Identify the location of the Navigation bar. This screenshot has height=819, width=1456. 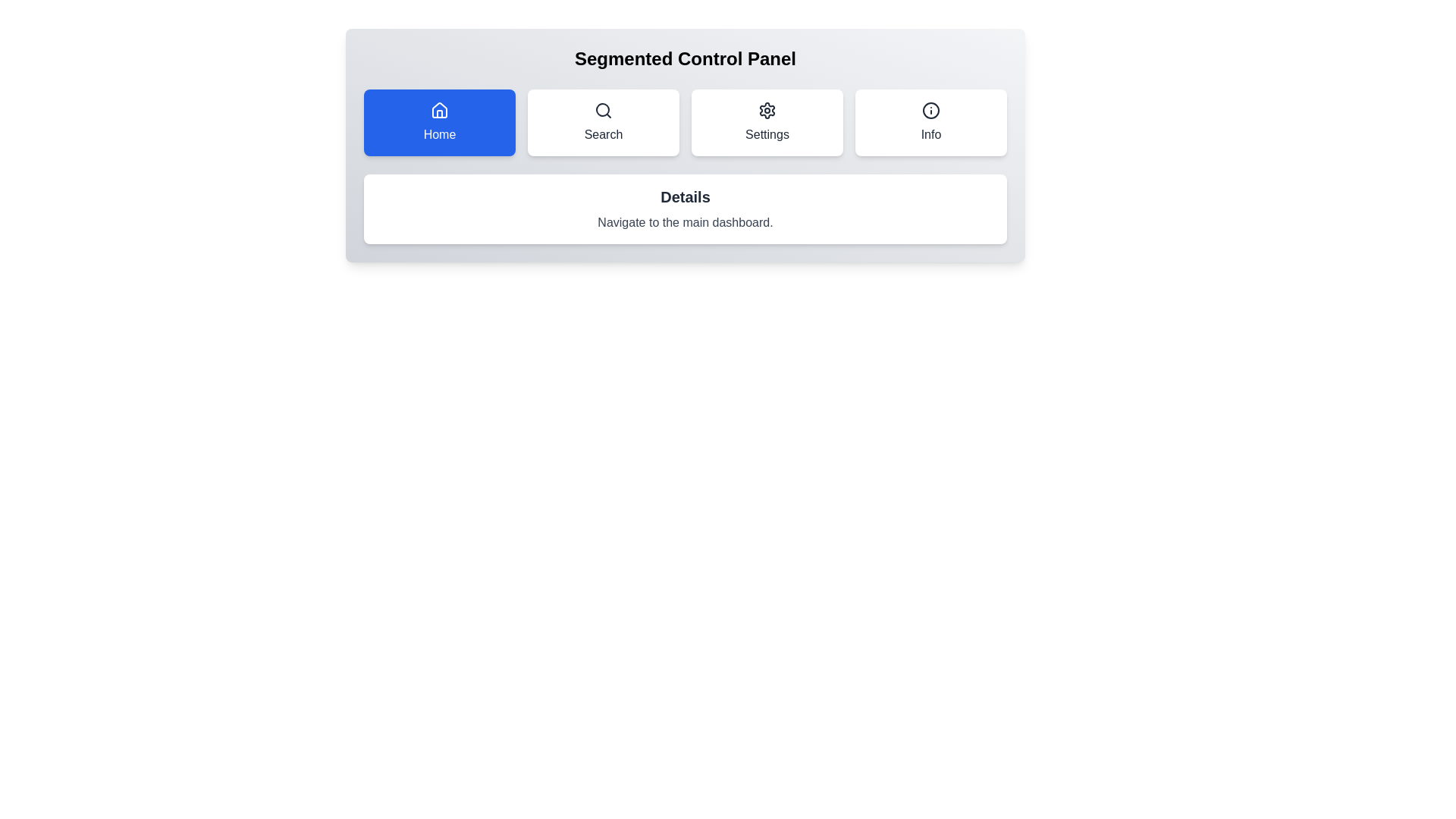
(684, 122).